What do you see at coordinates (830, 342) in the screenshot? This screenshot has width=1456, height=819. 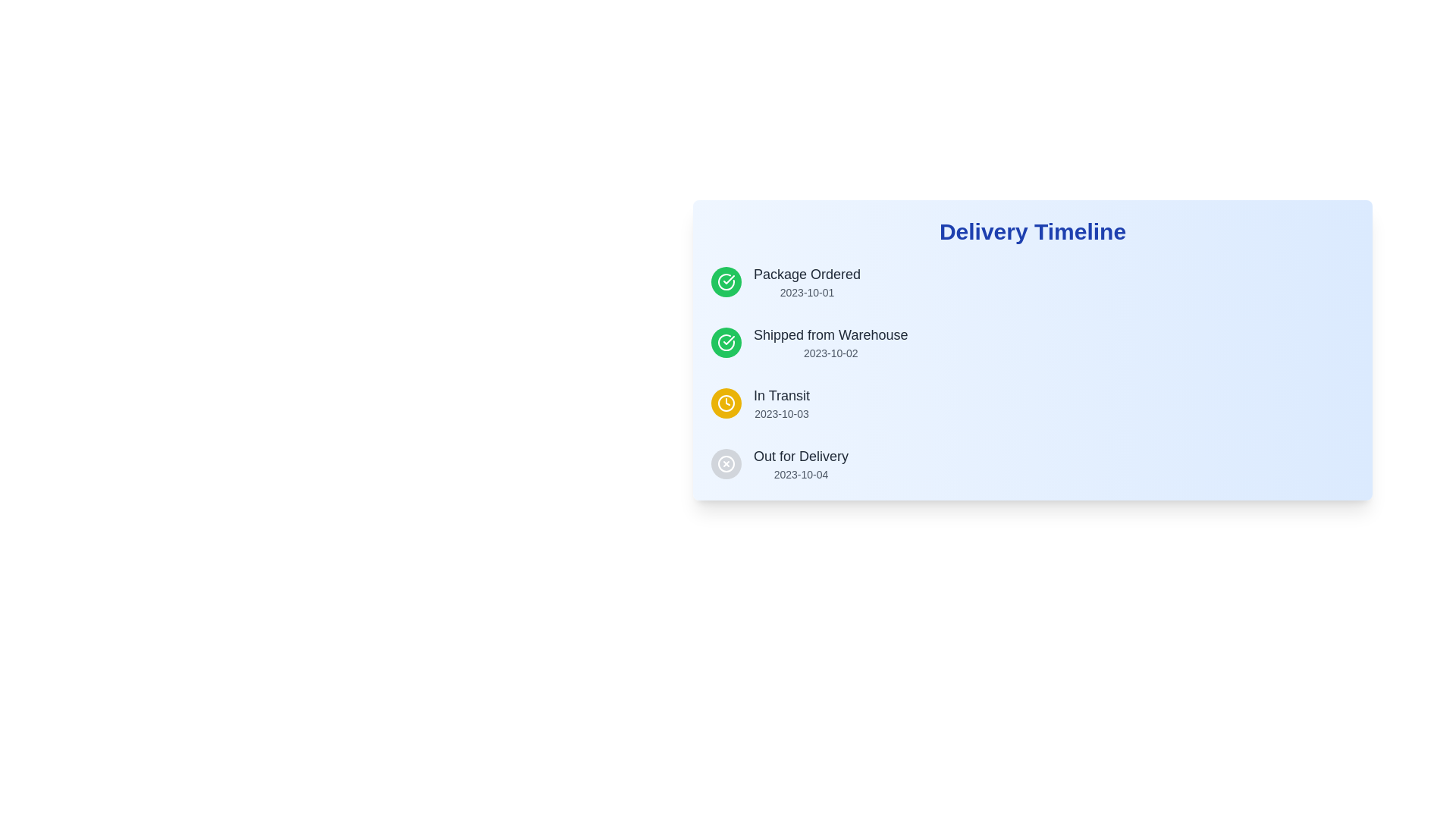 I see `delivery status update text display block indicating that the shipment left the warehouse, located below 'Package Ordered 2023-10-01' and above 'In Transit 2023-10-03'` at bounding box center [830, 342].